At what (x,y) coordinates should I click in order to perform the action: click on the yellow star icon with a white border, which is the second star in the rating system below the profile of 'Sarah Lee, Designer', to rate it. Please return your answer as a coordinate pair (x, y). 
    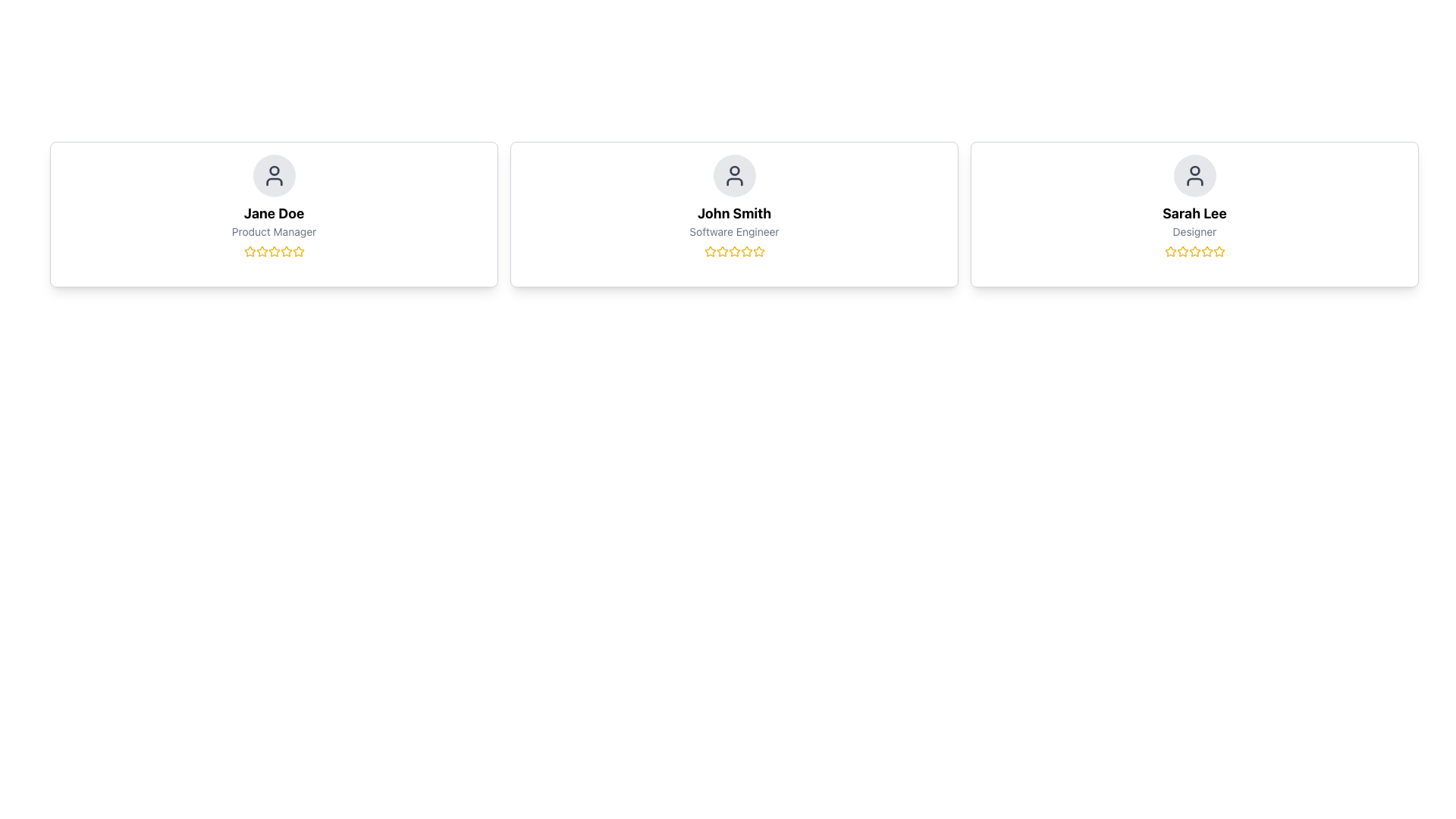
    Looking at the image, I should click on (1194, 250).